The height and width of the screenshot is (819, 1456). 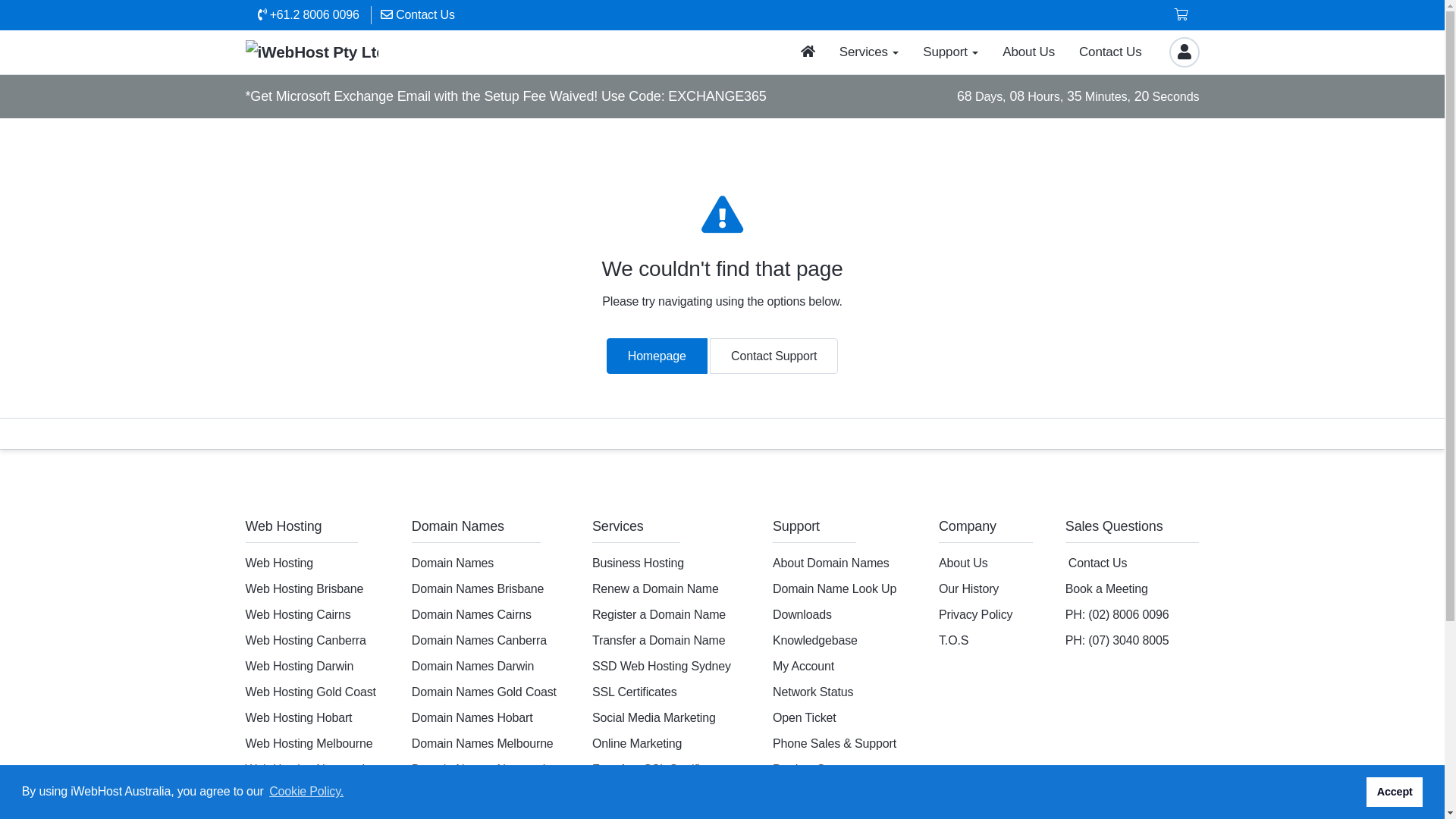 I want to click on 'Web Hosting Gold Coast', so click(x=309, y=692).